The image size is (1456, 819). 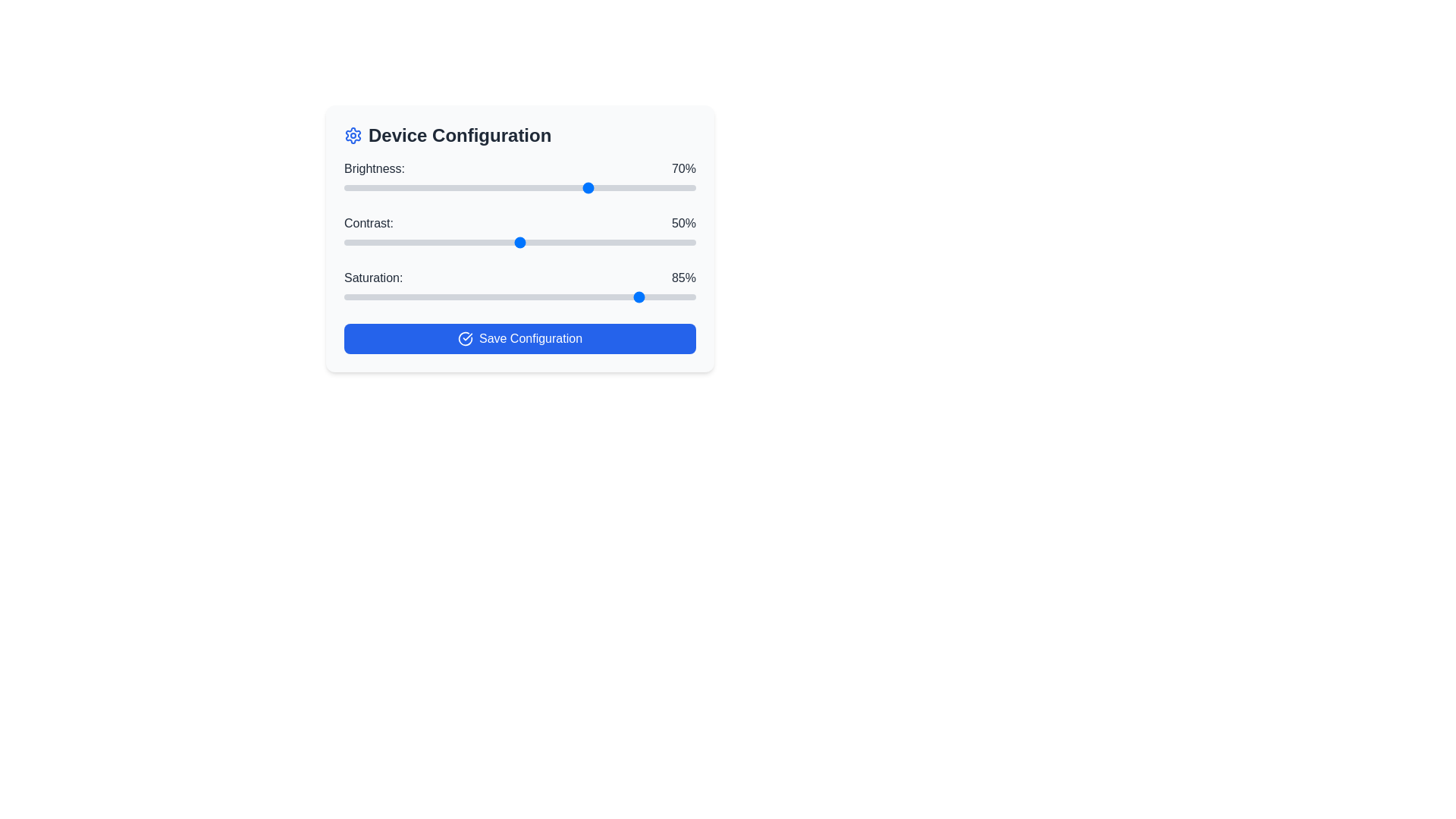 What do you see at coordinates (390, 297) in the screenshot?
I see `the saturation level` at bounding box center [390, 297].